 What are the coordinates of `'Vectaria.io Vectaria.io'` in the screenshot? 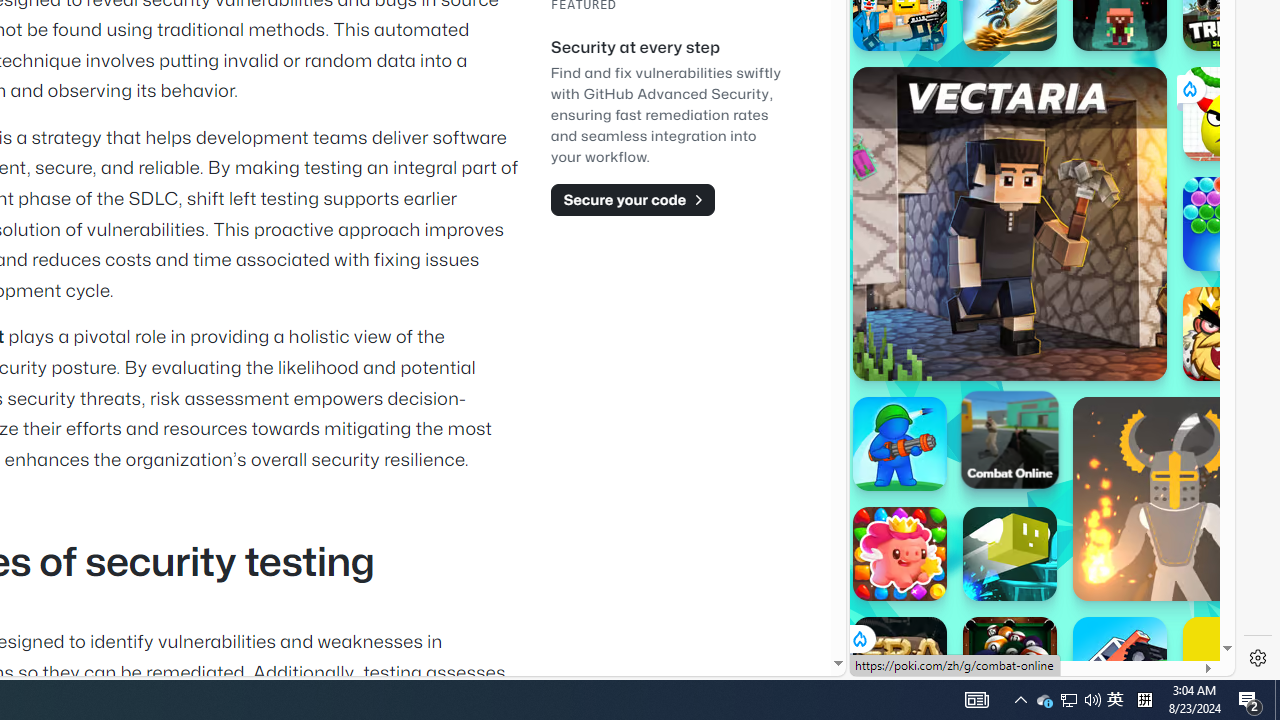 It's located at (1009, 223).